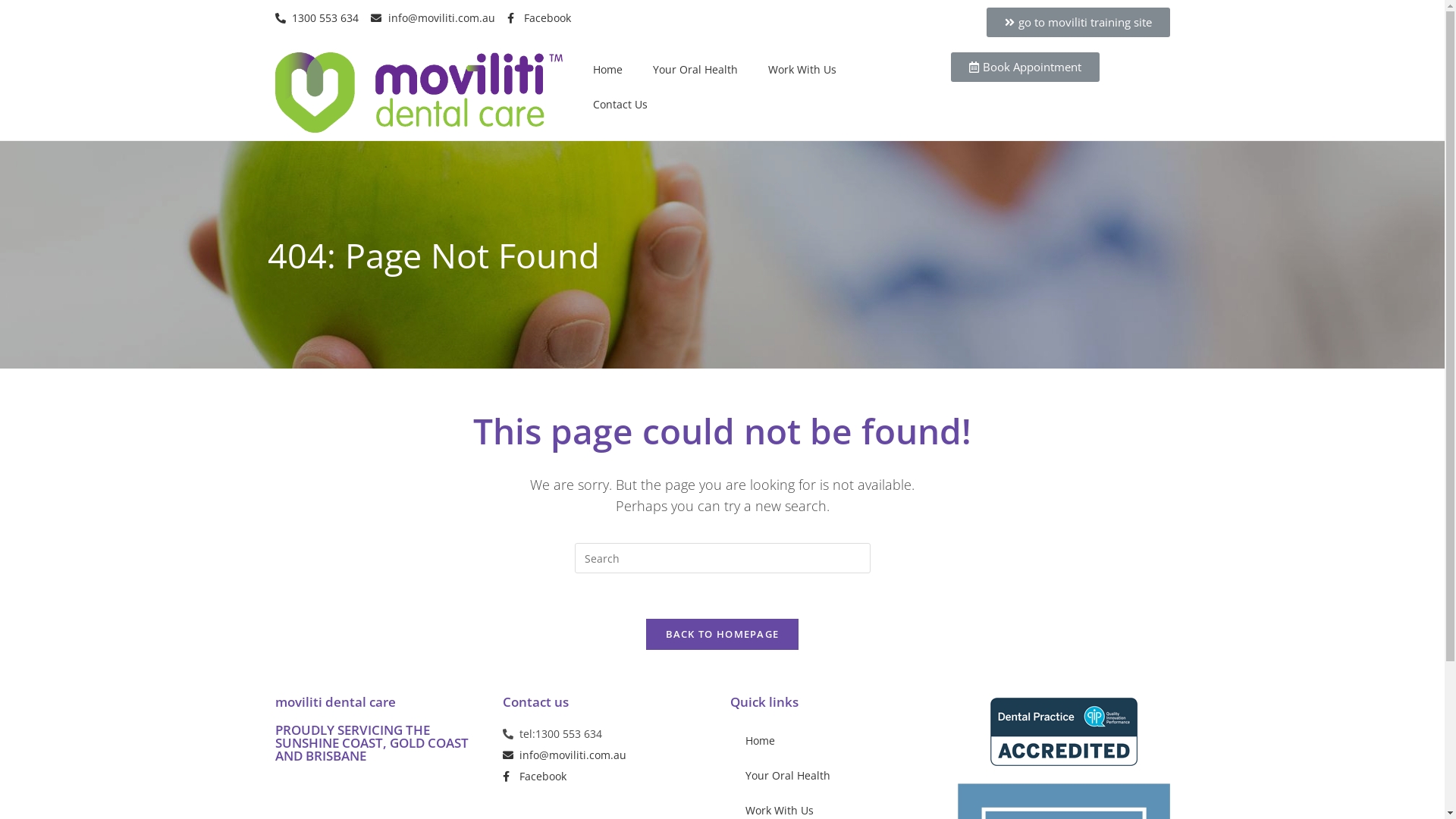  What do you see at coordinates (1076, 22) in the screenshot?
I see `'go to moviliti training site'` at bounding box center [1076, 22].